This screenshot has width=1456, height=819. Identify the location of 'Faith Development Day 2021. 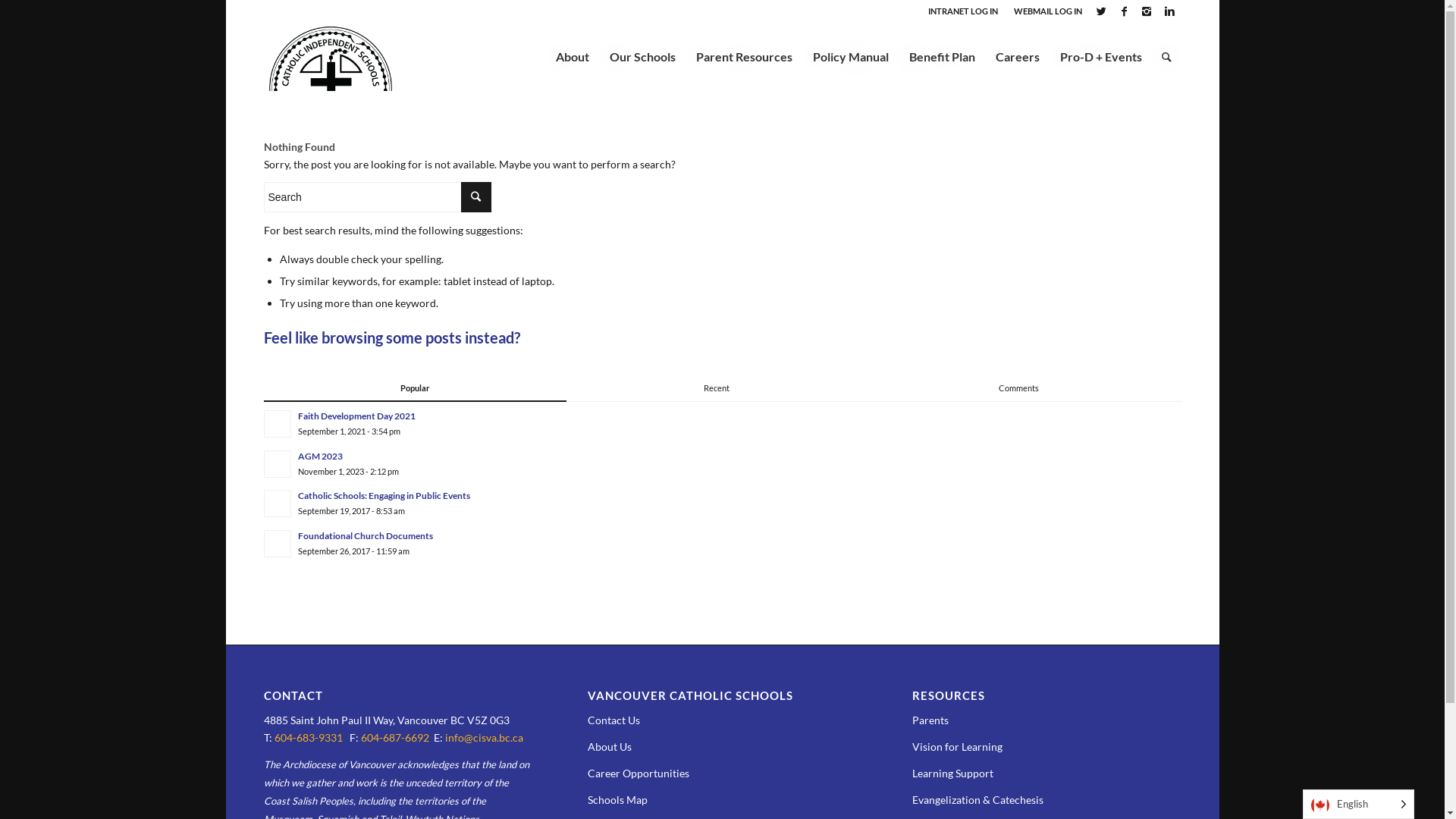
(722, 423).